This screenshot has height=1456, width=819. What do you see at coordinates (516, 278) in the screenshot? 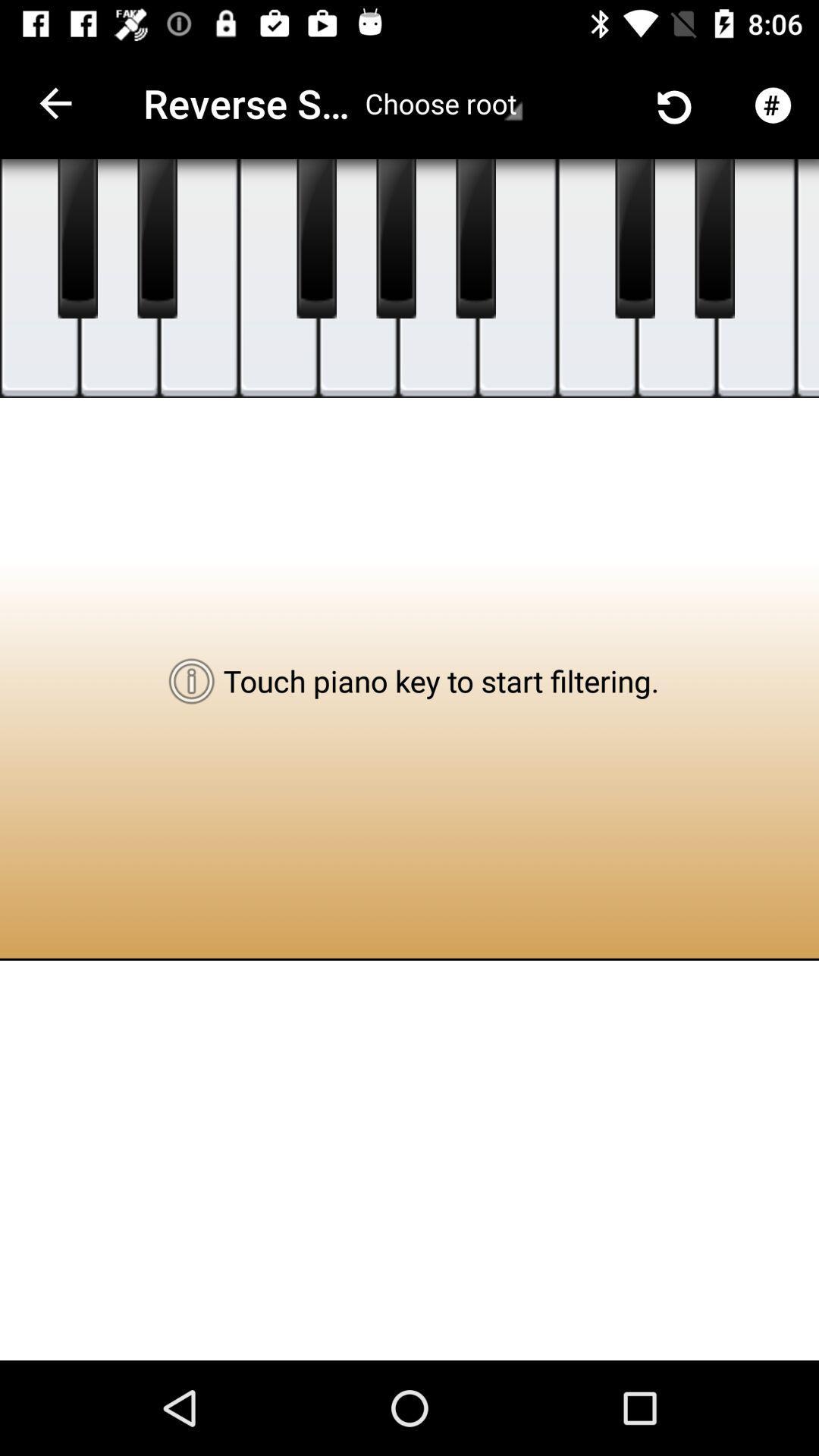
I see `piano keys` at bounding box center [516, 278].